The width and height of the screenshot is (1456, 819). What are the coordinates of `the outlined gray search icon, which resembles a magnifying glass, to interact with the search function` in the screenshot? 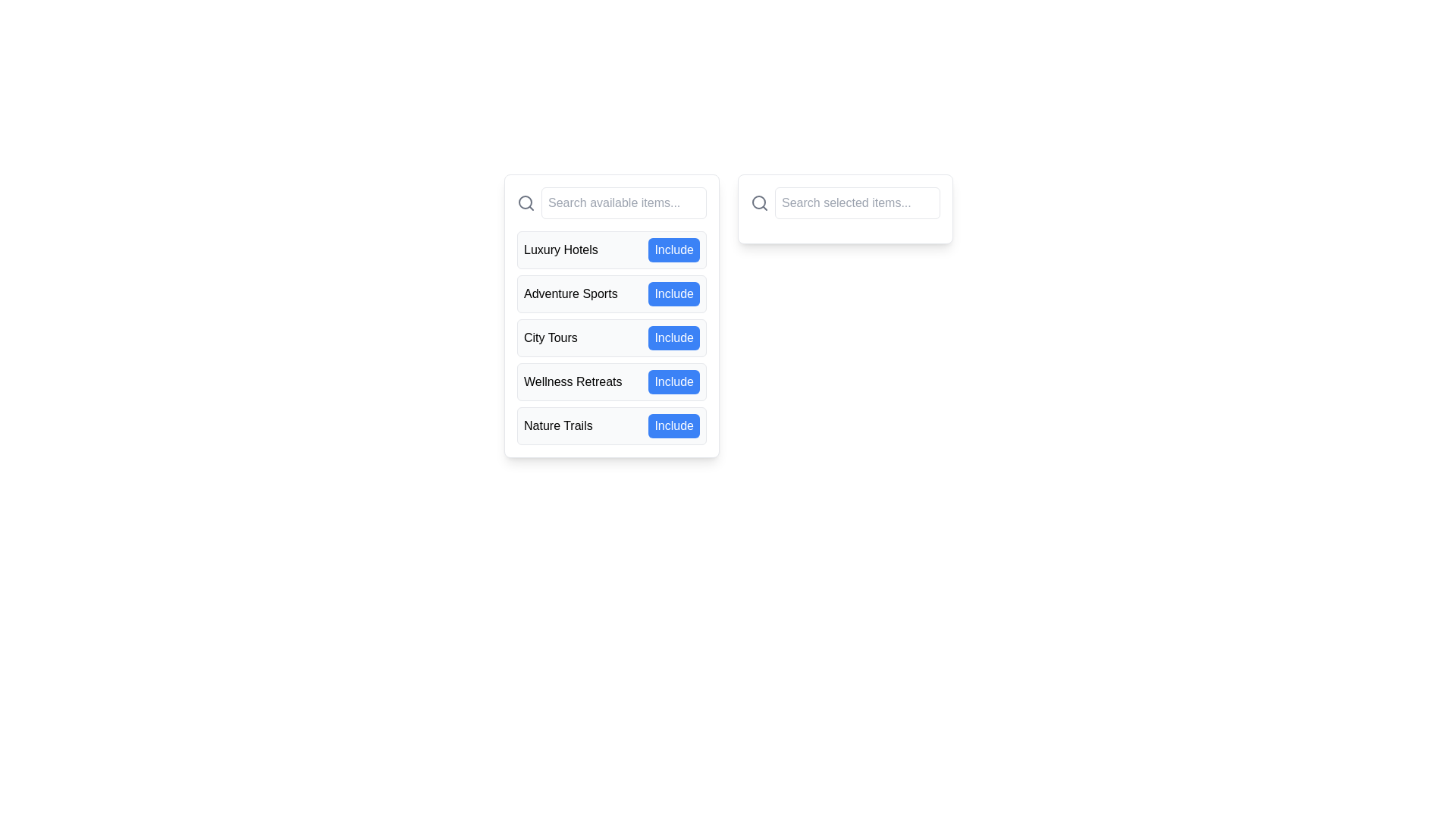 It's located at (760, 202).